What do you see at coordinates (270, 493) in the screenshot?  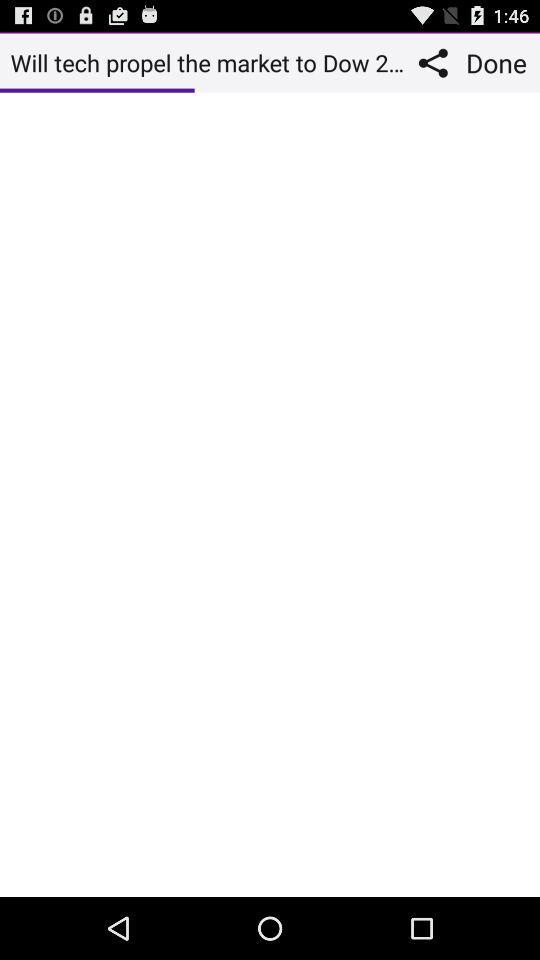 I see `loading page` at bounding box center [270, 493].